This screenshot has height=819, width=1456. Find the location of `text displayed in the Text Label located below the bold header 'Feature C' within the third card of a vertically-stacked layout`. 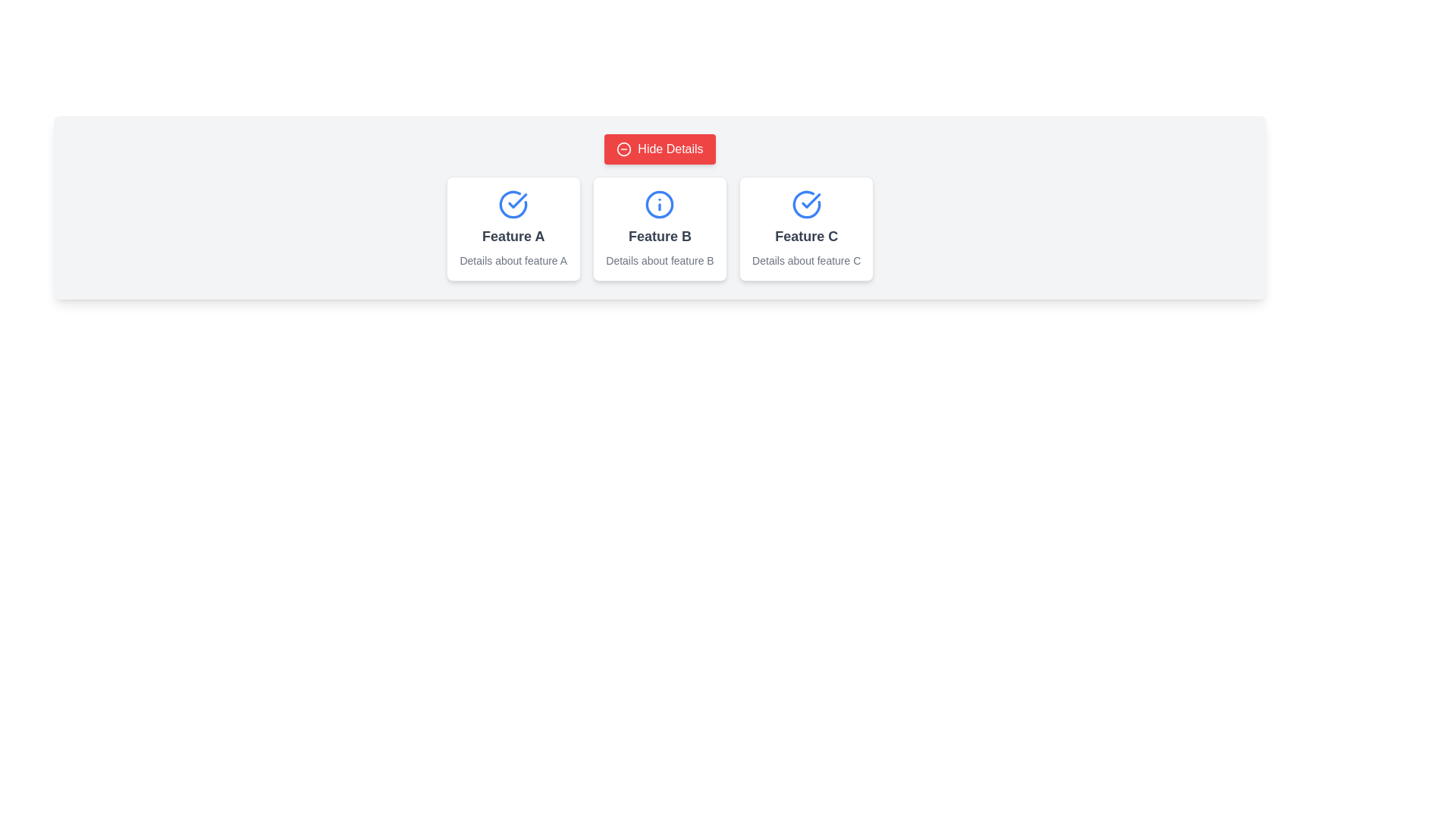

text displayed in the Text Label located below the bold header 'Feature C' within the third card of a vertically-stacked layout is located at coordinates (805, 259).